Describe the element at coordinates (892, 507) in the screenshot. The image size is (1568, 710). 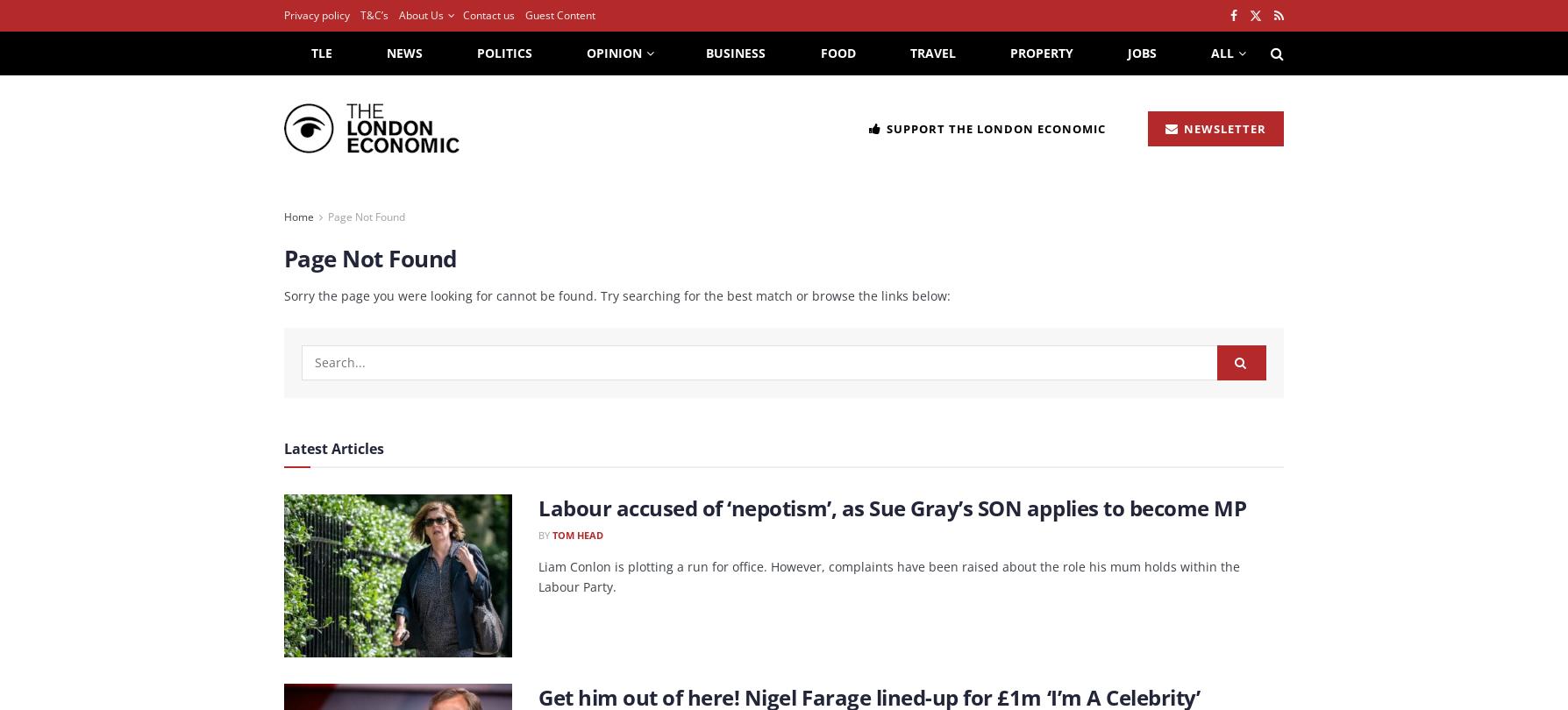
I see `'Labour accused of ‘nepotism’, as Sue Gray’s SON applies to become MP'` at that location.